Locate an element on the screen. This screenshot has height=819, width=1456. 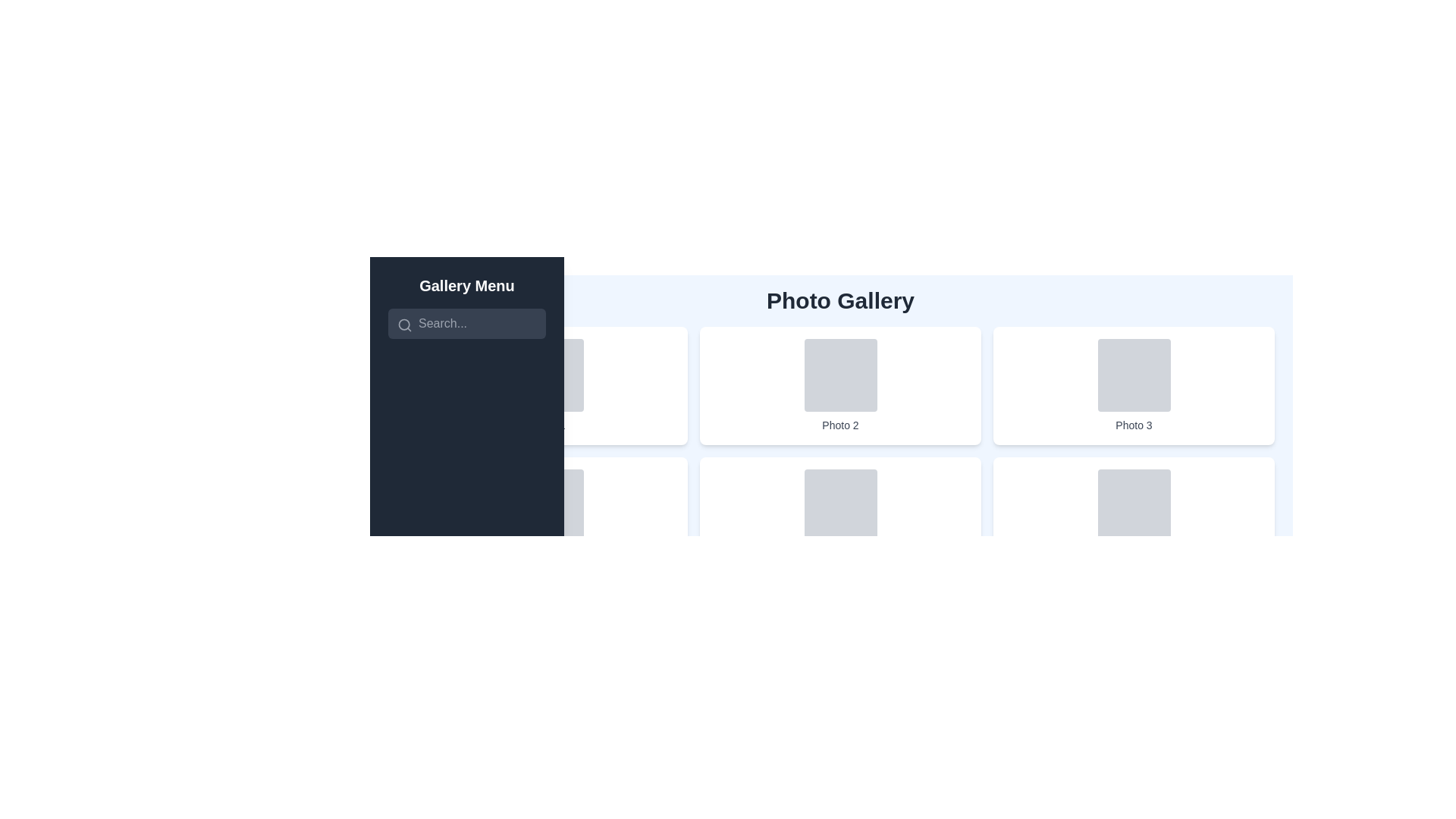
the search input field to focus it is located at coordinates (466, 323).